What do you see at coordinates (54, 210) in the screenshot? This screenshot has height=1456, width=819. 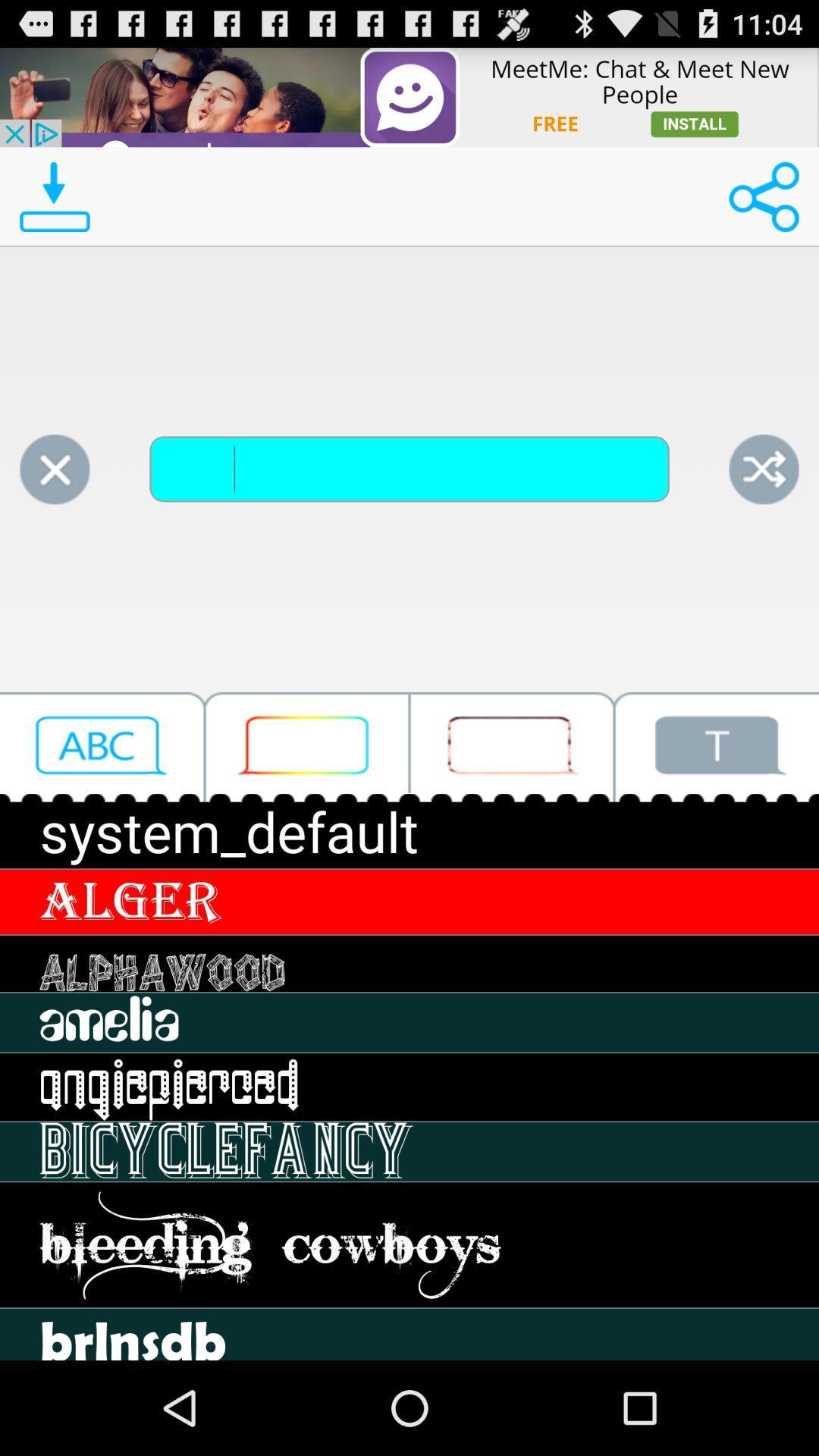 I see `the file_download icon` at bounding box center [54, 210].